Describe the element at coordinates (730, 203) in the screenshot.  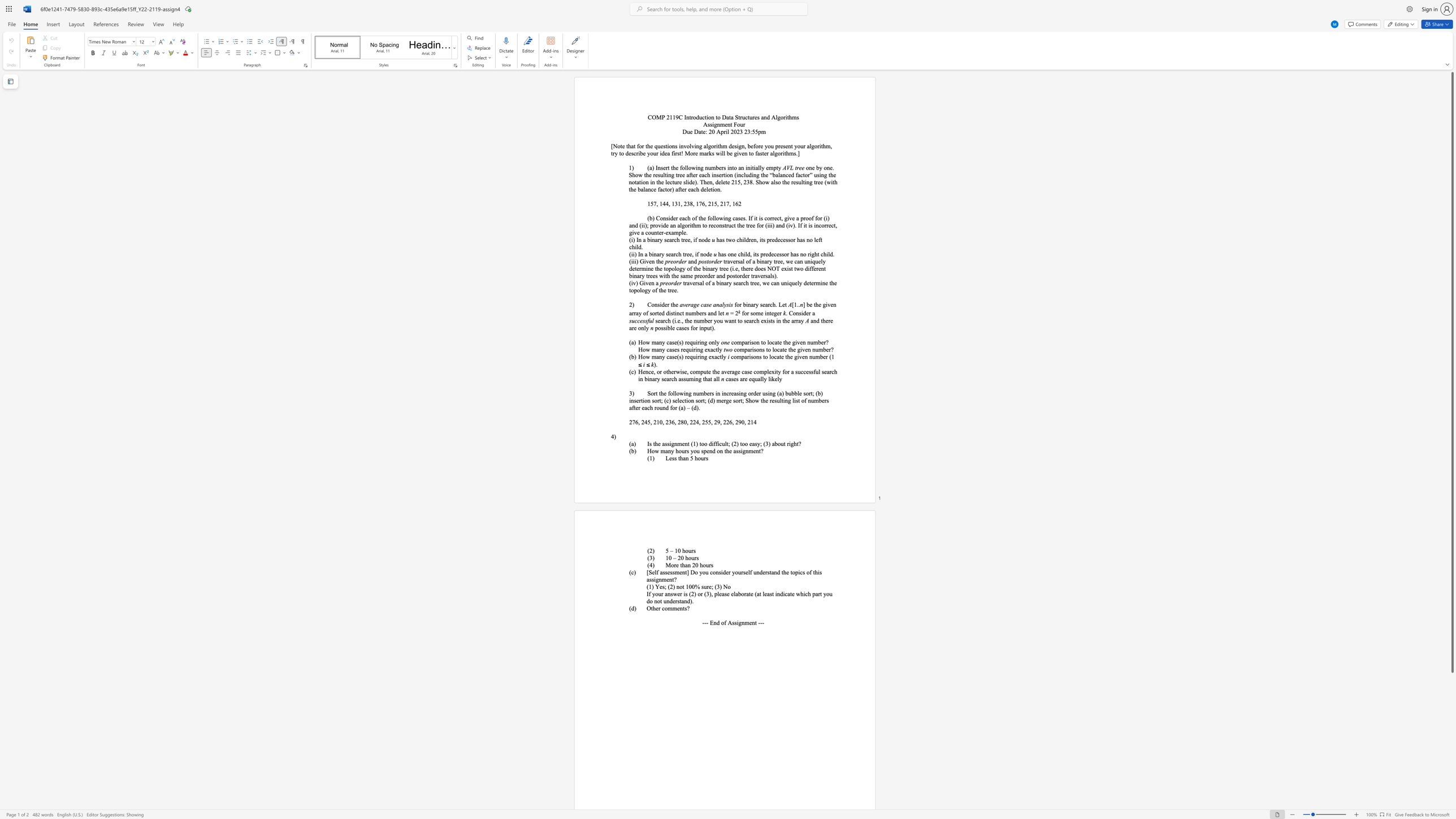
I see `the 7th character "," in the text` at that location.